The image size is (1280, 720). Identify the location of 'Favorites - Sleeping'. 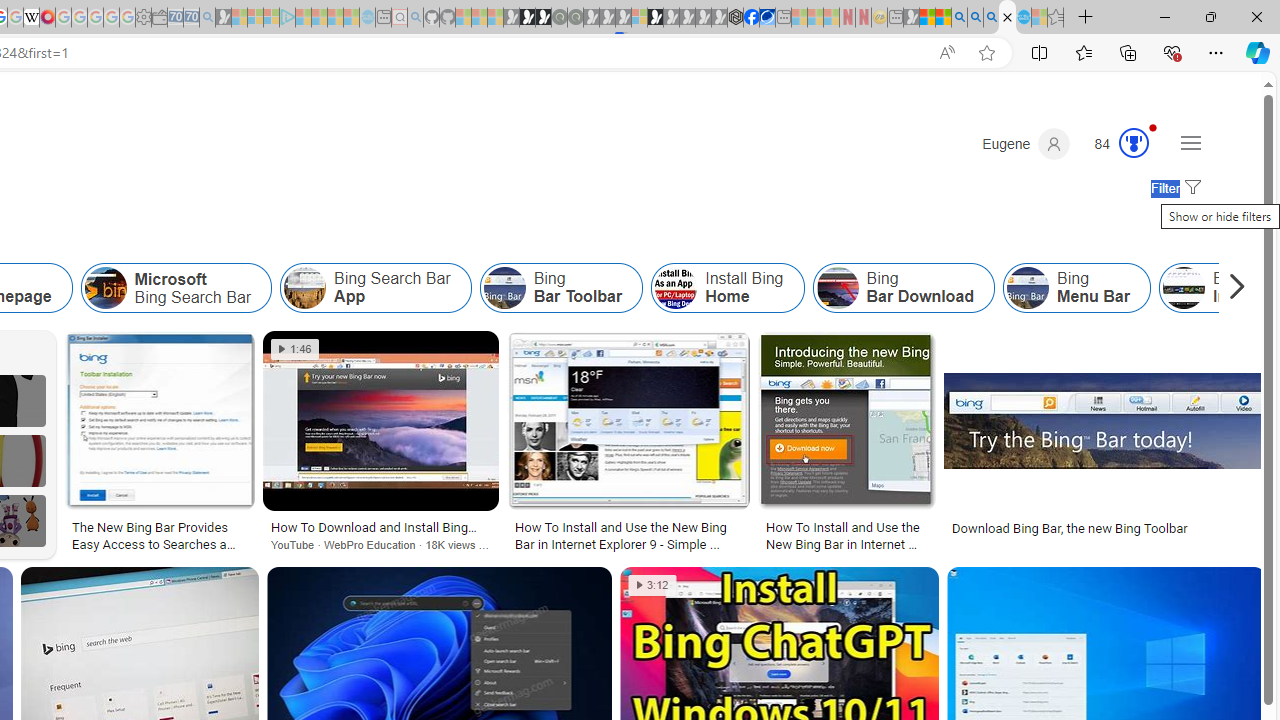
(1055, 17).